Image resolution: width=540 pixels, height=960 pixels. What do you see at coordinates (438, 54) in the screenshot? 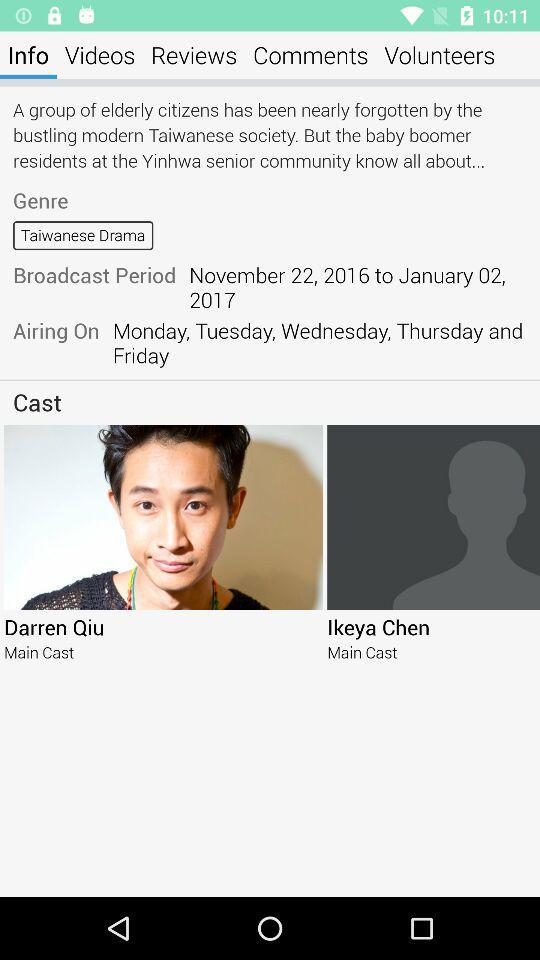
I see `icon at the top right corner` at bounding box center [438, 54].